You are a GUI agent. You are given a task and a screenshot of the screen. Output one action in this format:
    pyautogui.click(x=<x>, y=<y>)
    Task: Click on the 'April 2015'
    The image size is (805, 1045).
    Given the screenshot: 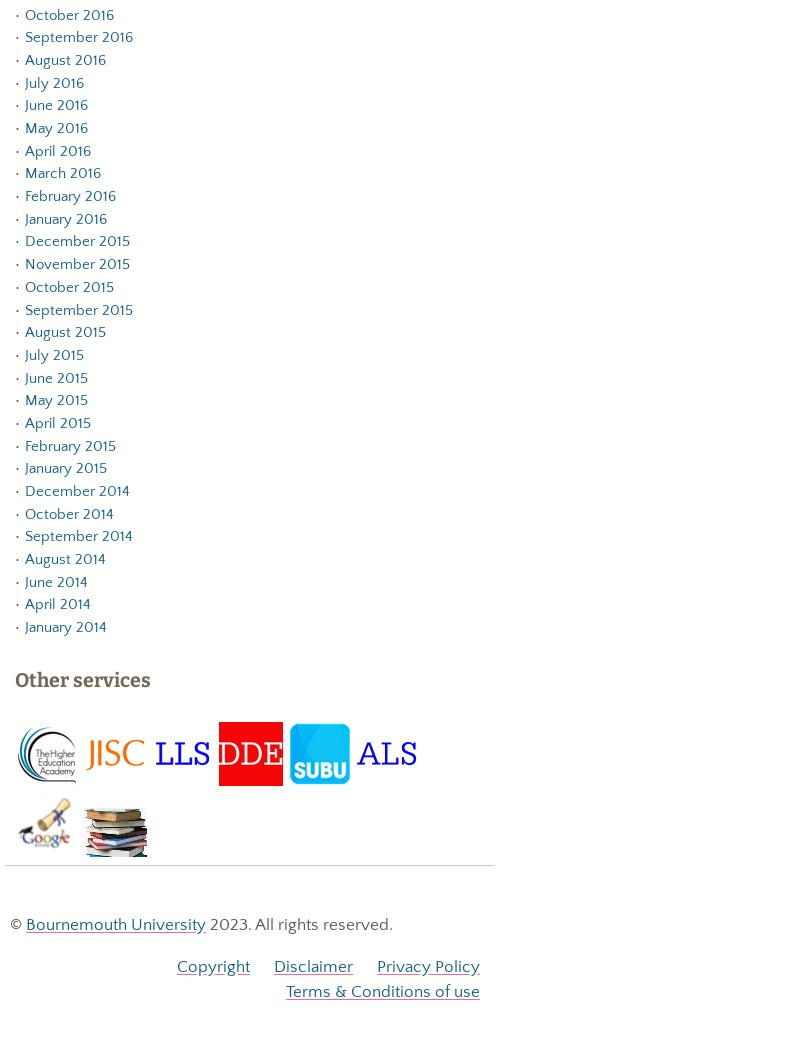 What is the action you would take?
    pyautogui.click(x=57, y=422)
    